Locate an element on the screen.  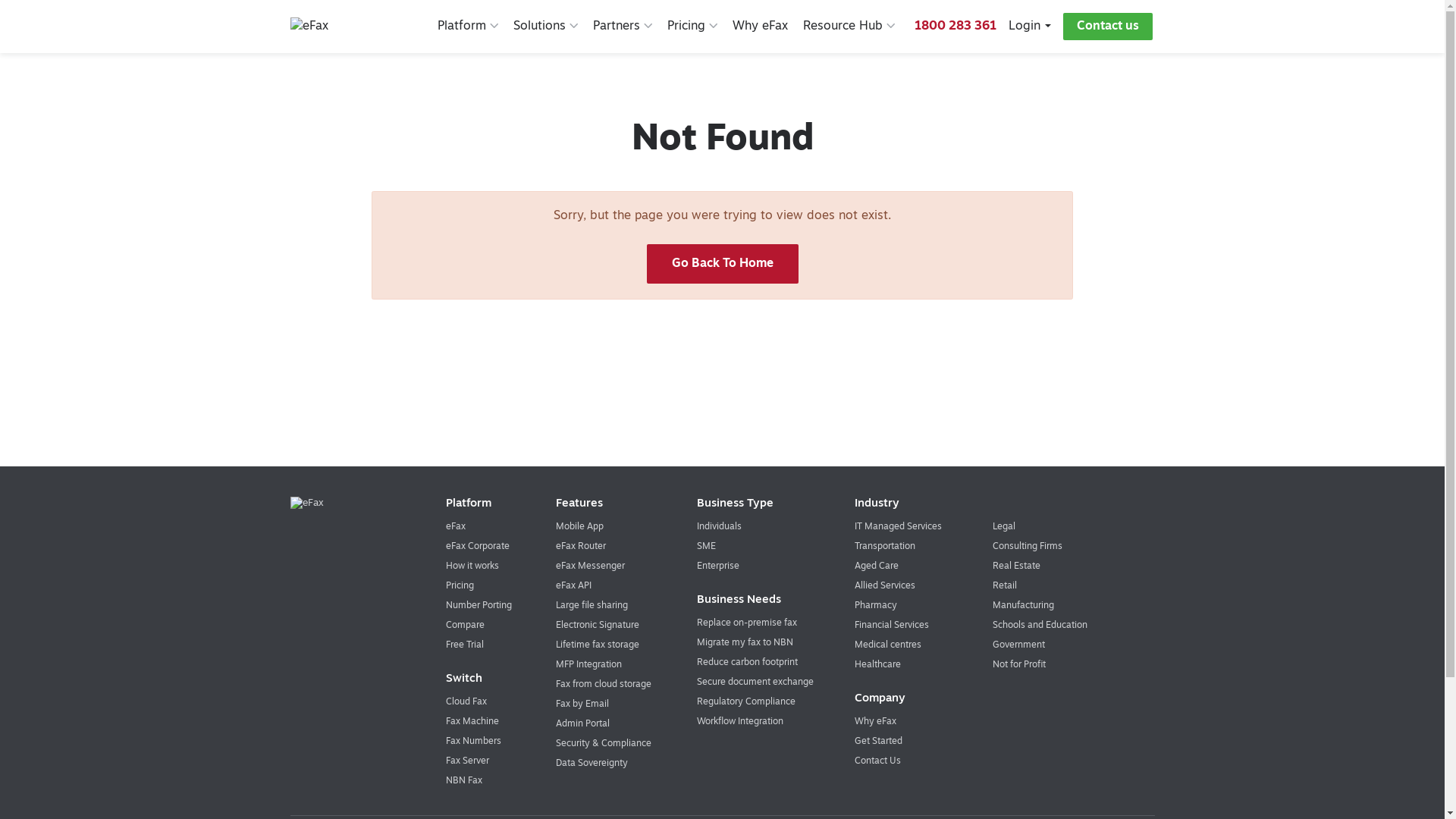
'NBN Fax' is located at coordinates (463, 780).